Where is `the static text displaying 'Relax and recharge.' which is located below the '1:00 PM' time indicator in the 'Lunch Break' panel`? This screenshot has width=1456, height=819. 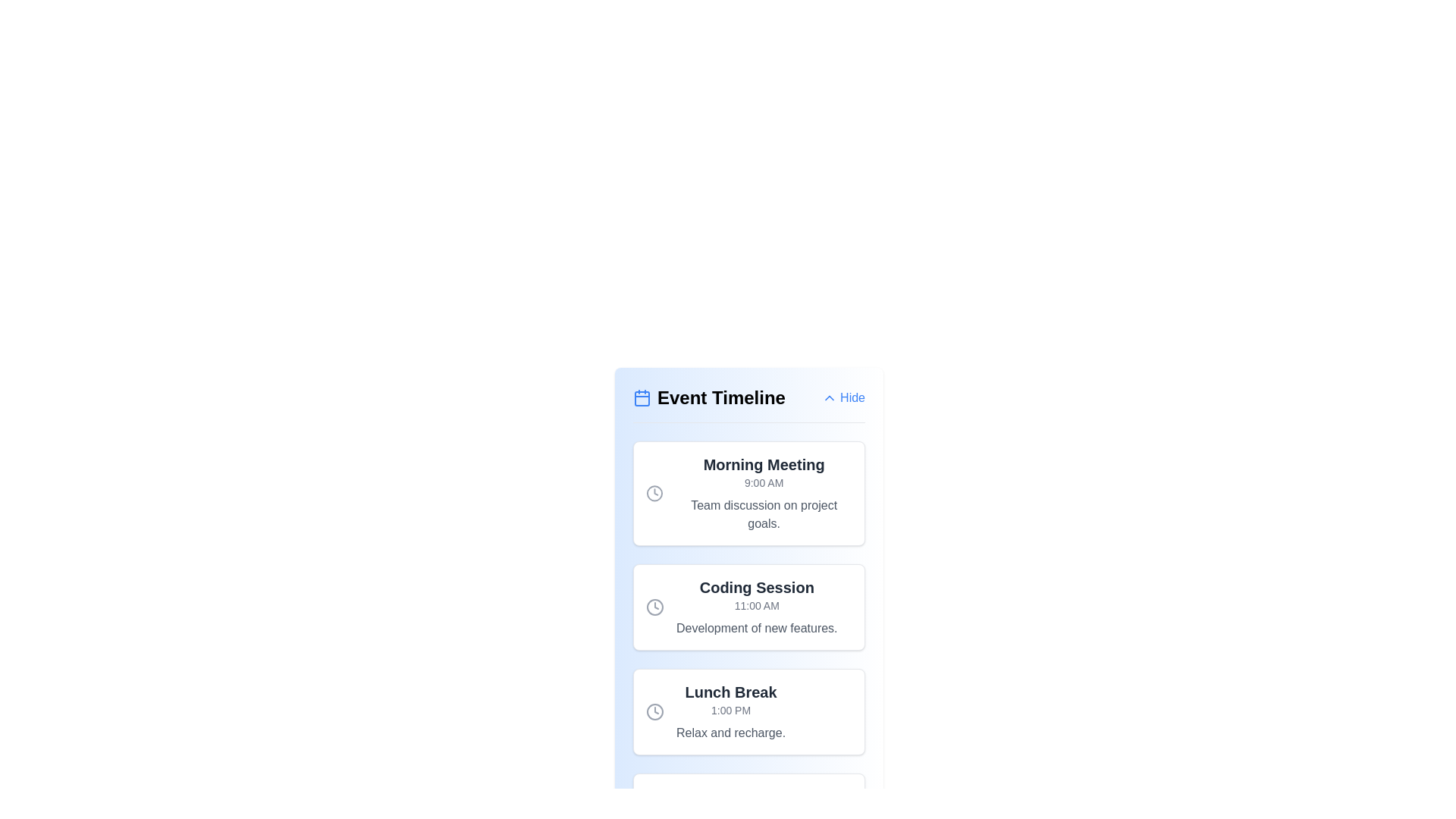 the static text displaying 'Relax and recharge.' which is located below the '1:00 PM' time indicator in the 'Lunch Break' panel is located at coordinates (731, 733).